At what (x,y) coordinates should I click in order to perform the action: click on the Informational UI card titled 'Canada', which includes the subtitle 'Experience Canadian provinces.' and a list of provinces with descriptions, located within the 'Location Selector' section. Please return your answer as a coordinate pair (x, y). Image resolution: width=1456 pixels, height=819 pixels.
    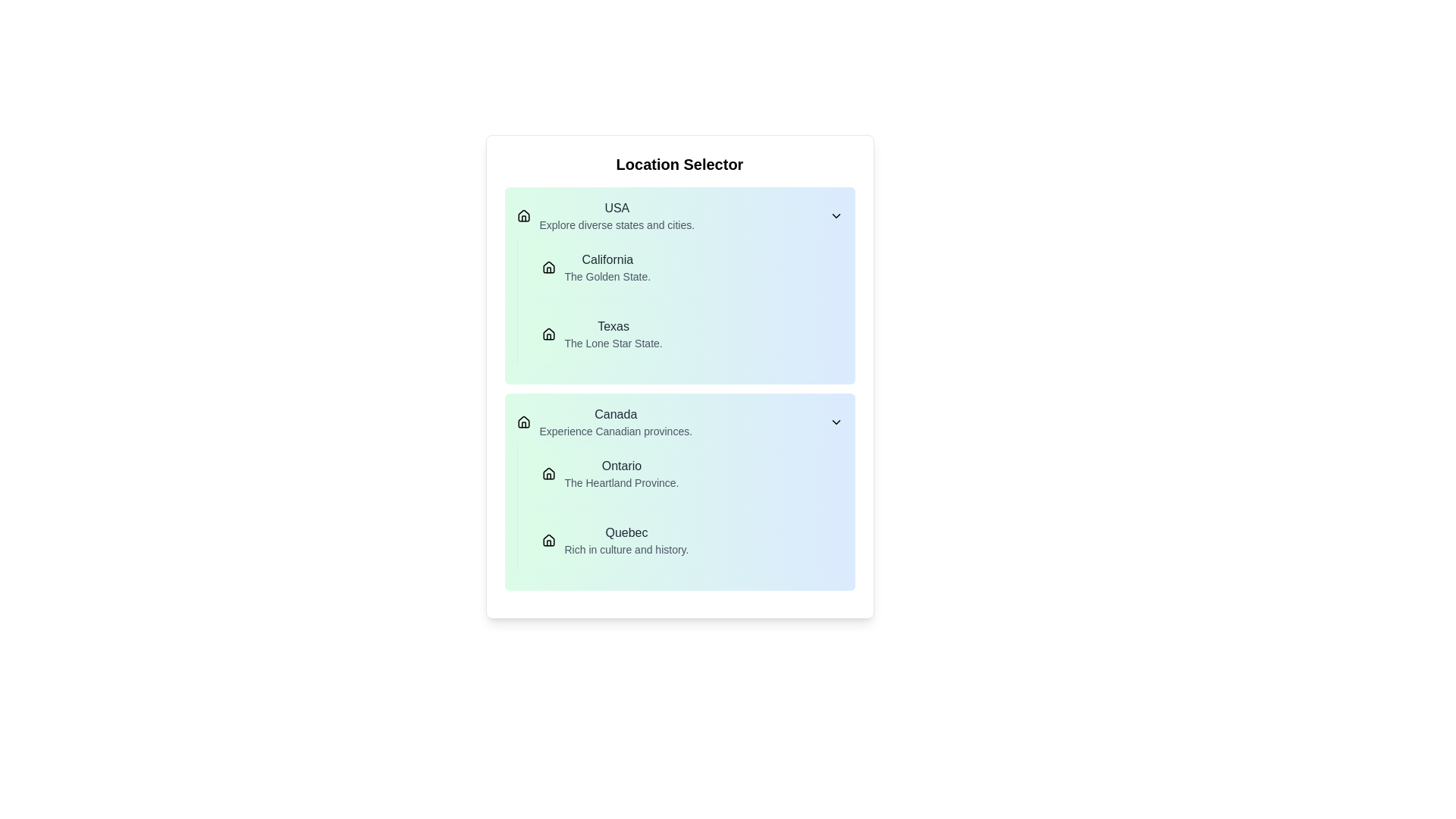
    Looking at the image, I should click on (679, 491).